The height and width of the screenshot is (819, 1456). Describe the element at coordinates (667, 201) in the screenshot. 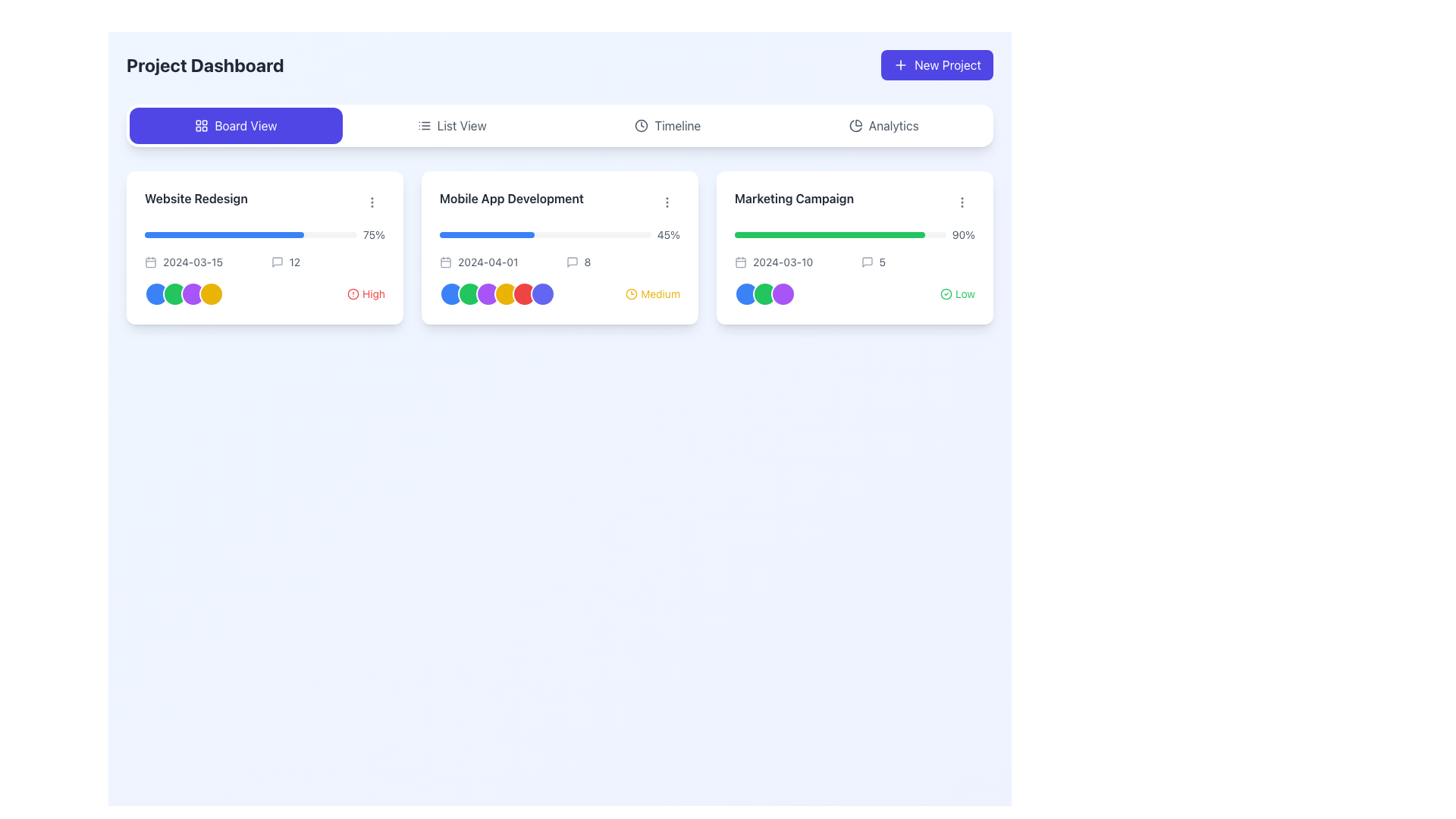

I see `the button located at the top-right corner of the 'Mobile App Development' card to trigger a background color change` at that location.